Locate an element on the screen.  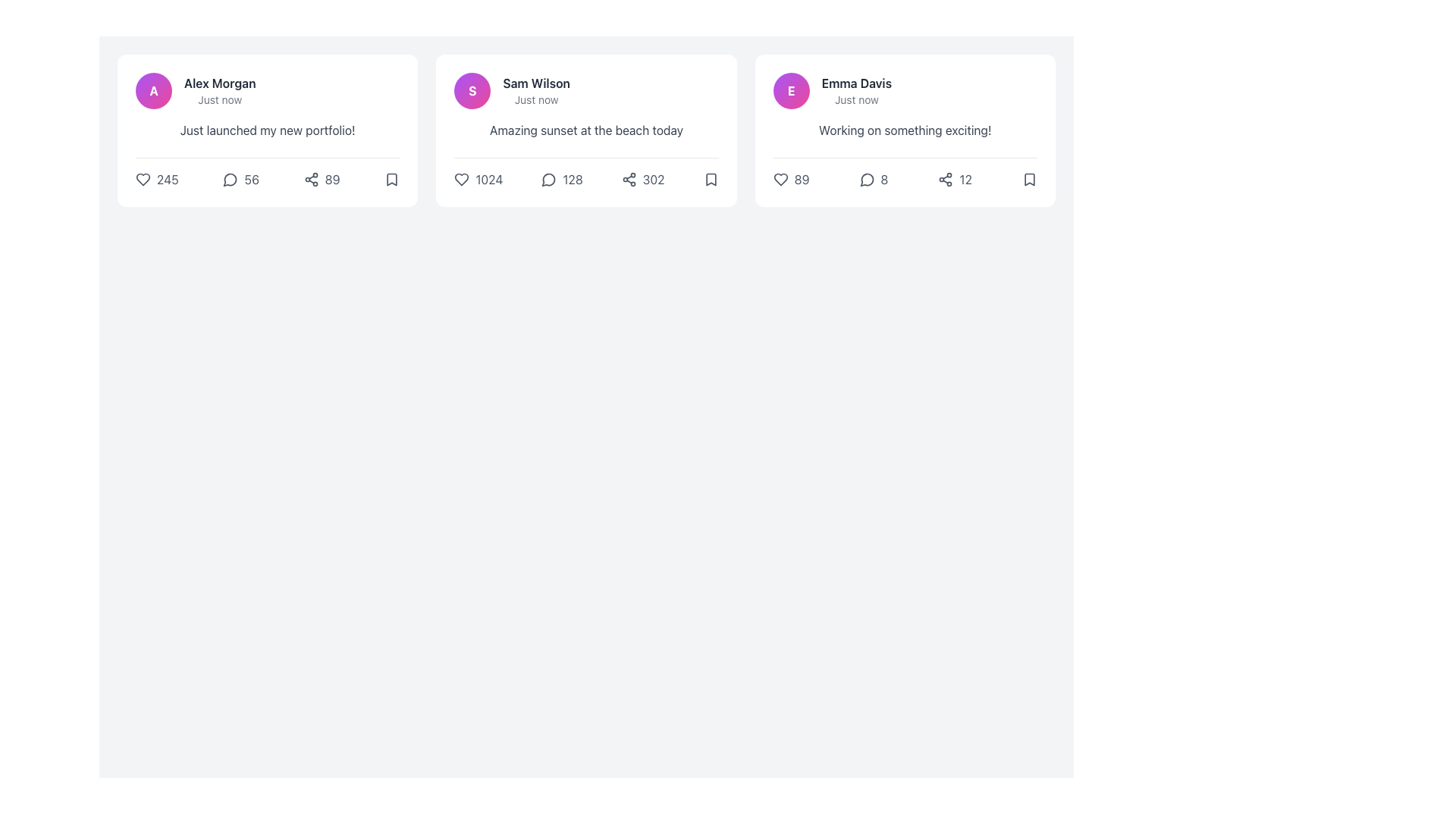
the speech bubble icon that is the second icon from the left in the bottom row of the third post card, which is styled with an outline design and has a tail pointing to the bottom-left is located at coordinates (867, 179).